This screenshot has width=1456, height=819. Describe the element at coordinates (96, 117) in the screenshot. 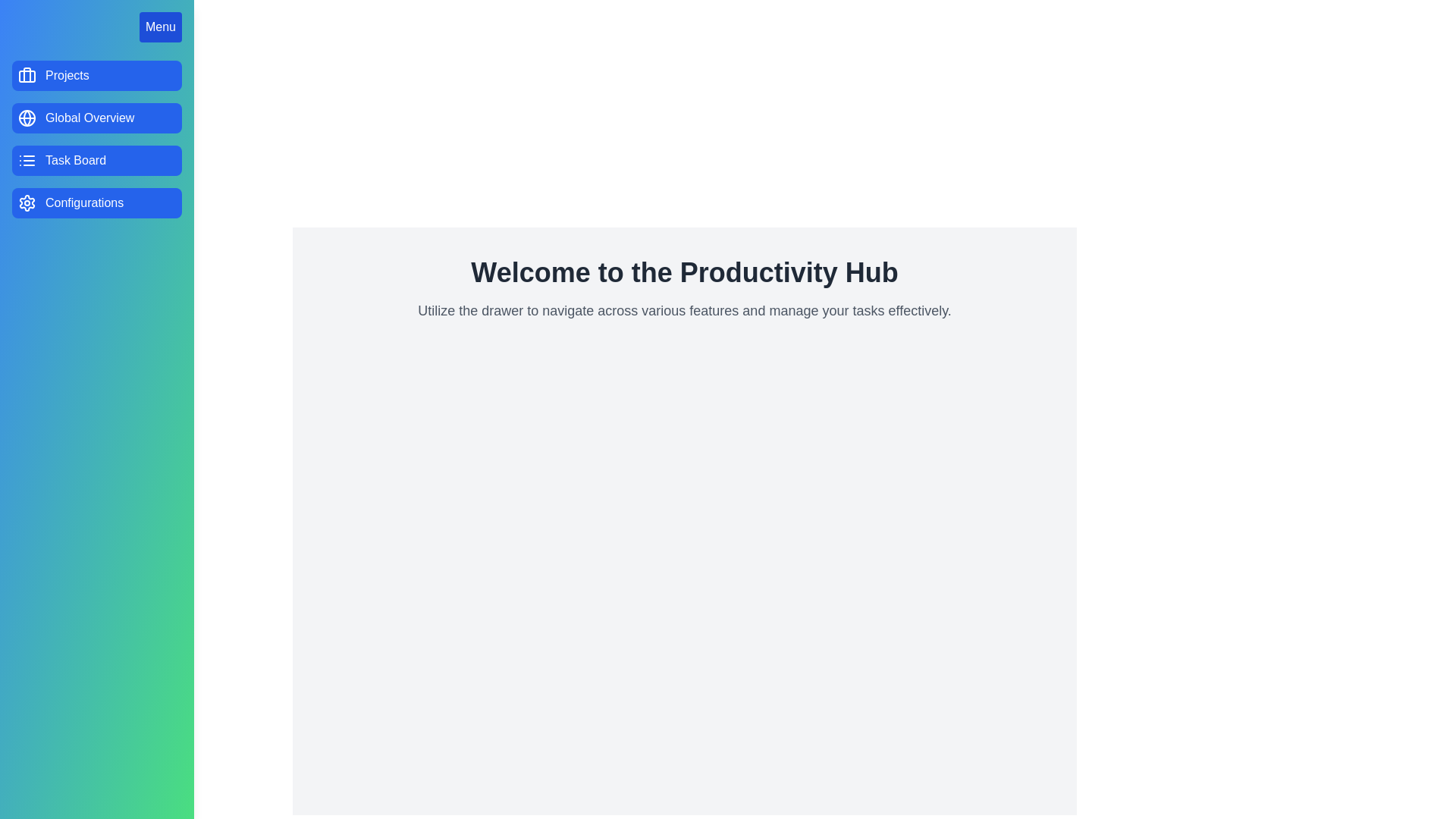

I see `the menu option Global Overview in the drawer` at that location.